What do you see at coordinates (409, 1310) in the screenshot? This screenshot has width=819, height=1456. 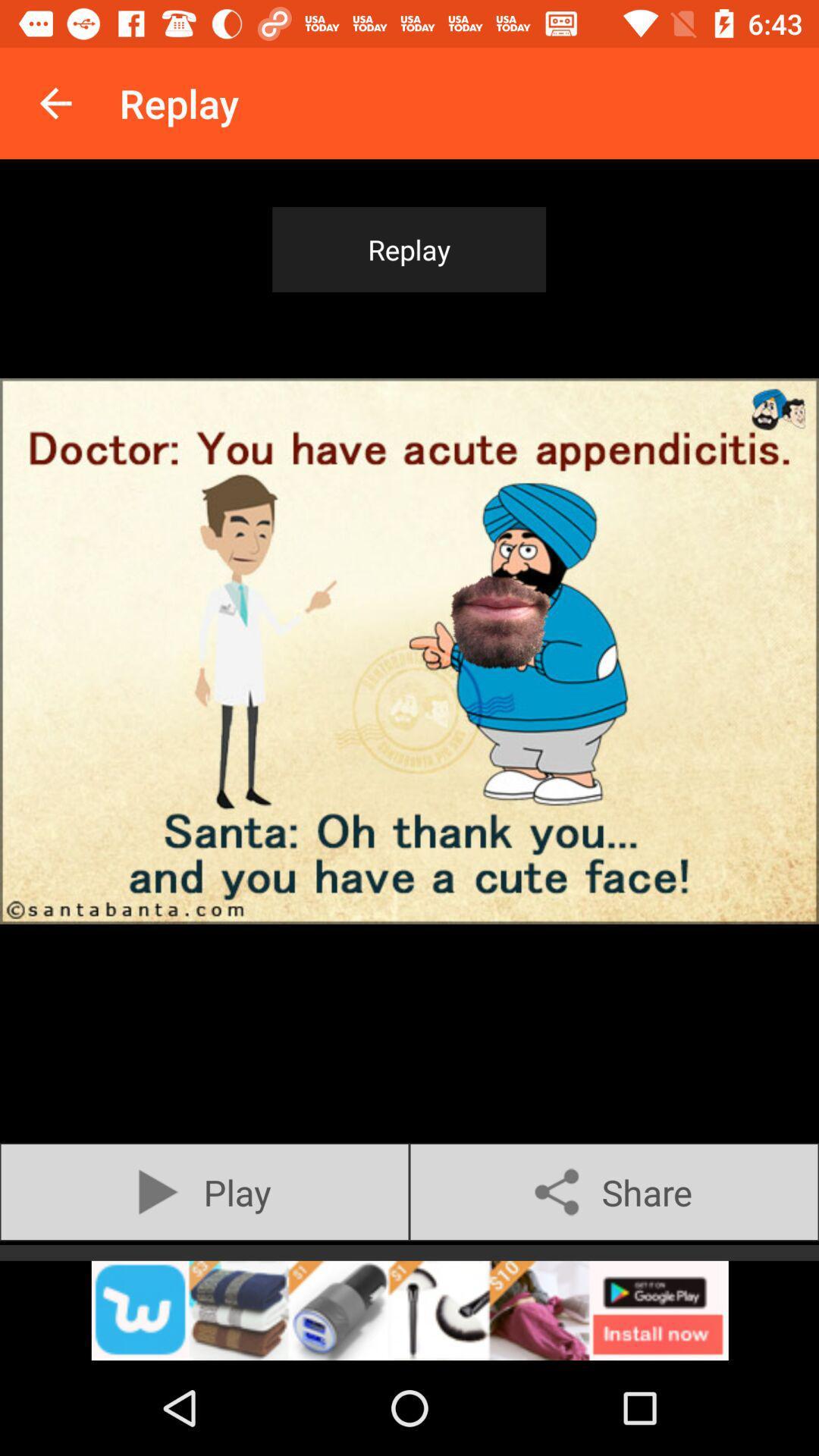 I see `open webpage of displayed advertisement` at bounding box center [409, 1310].